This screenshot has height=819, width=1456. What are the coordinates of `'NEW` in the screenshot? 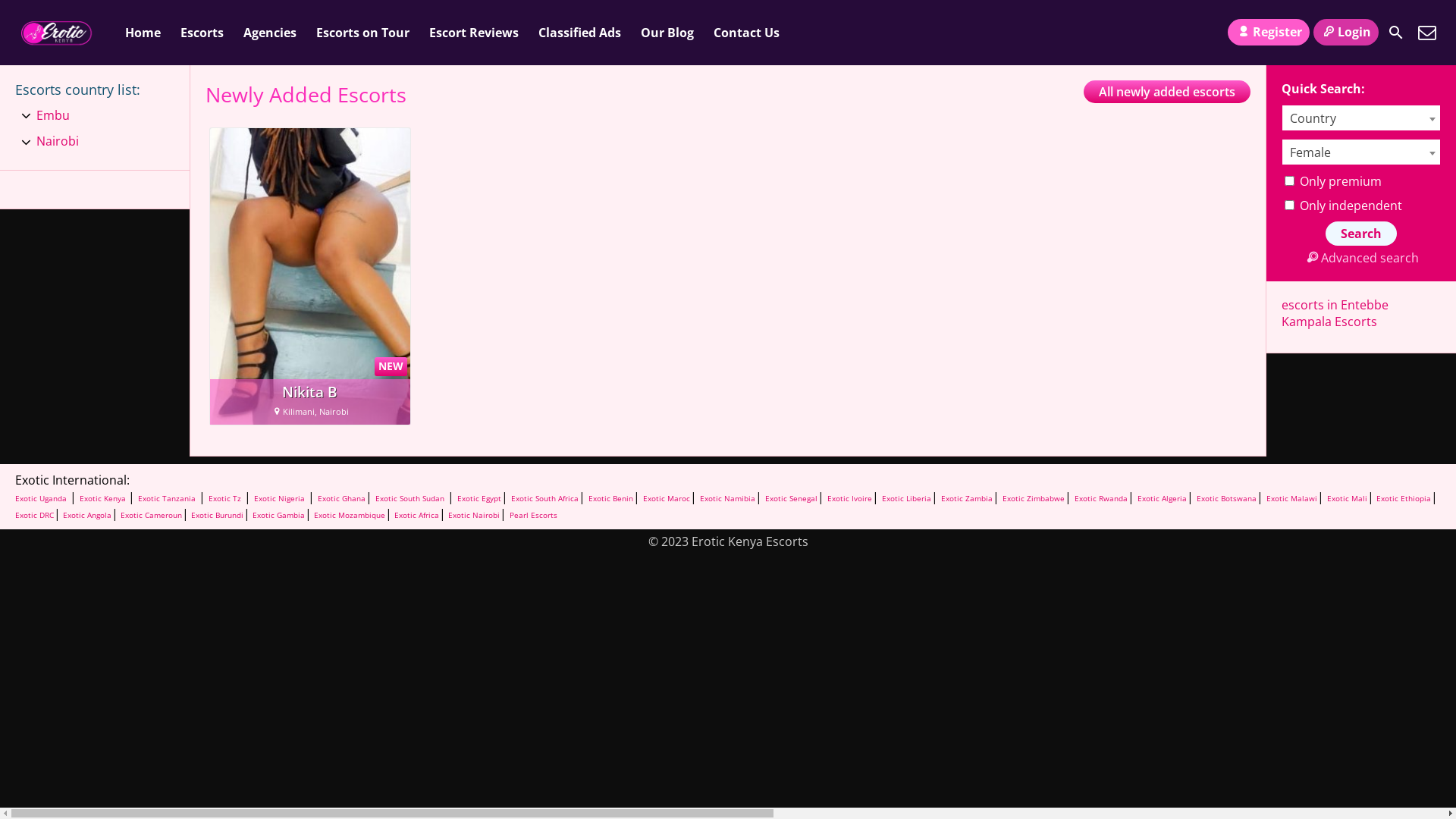 It's located at (309, 276).